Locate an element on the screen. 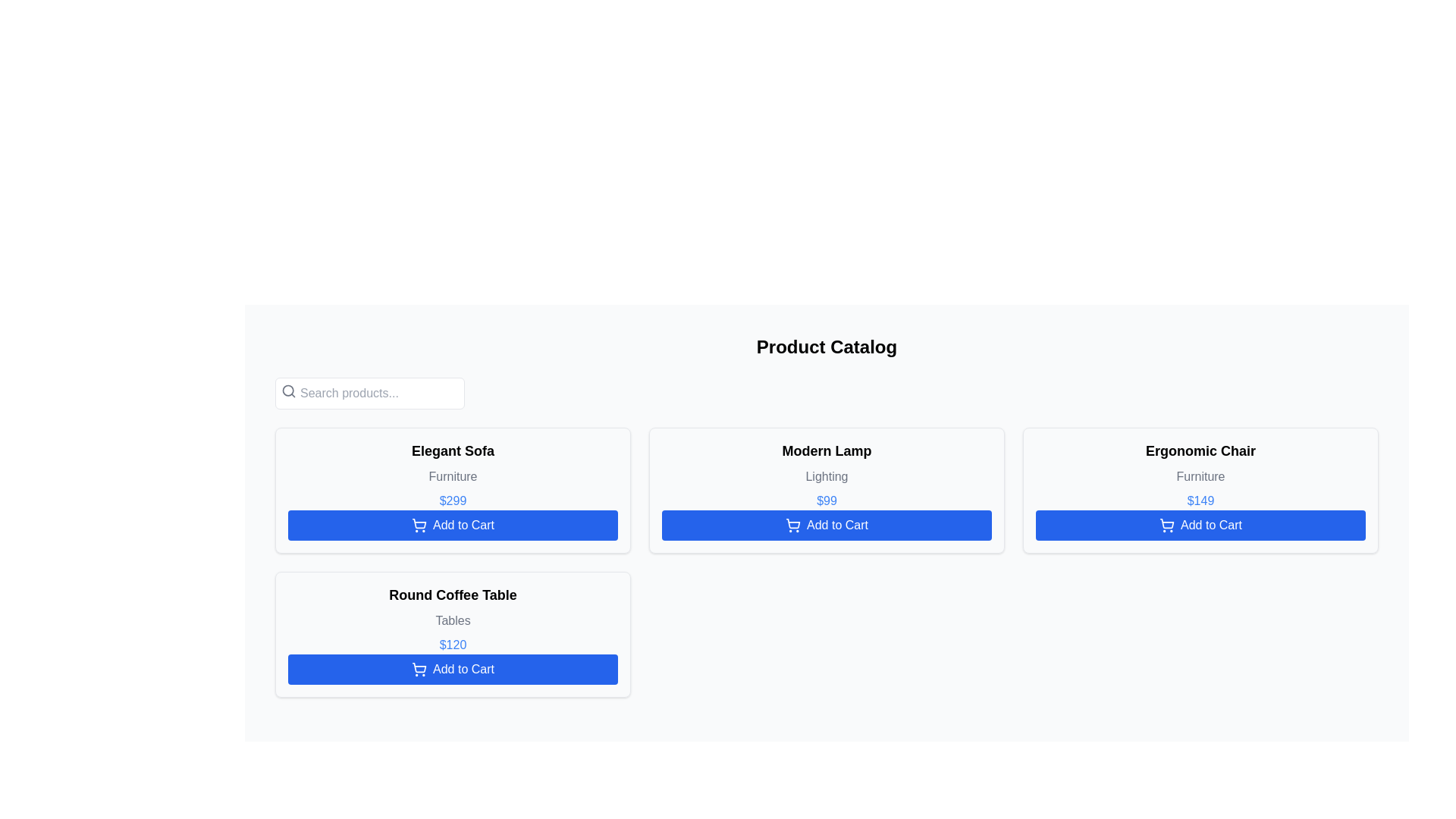 The width and height of the screenshot is (1456, 819). the decorative shopping cart icon located centrally within the 'Add to Cart' button for the 'Ergonomic Chair' item is located at coordinates (1166, 525).